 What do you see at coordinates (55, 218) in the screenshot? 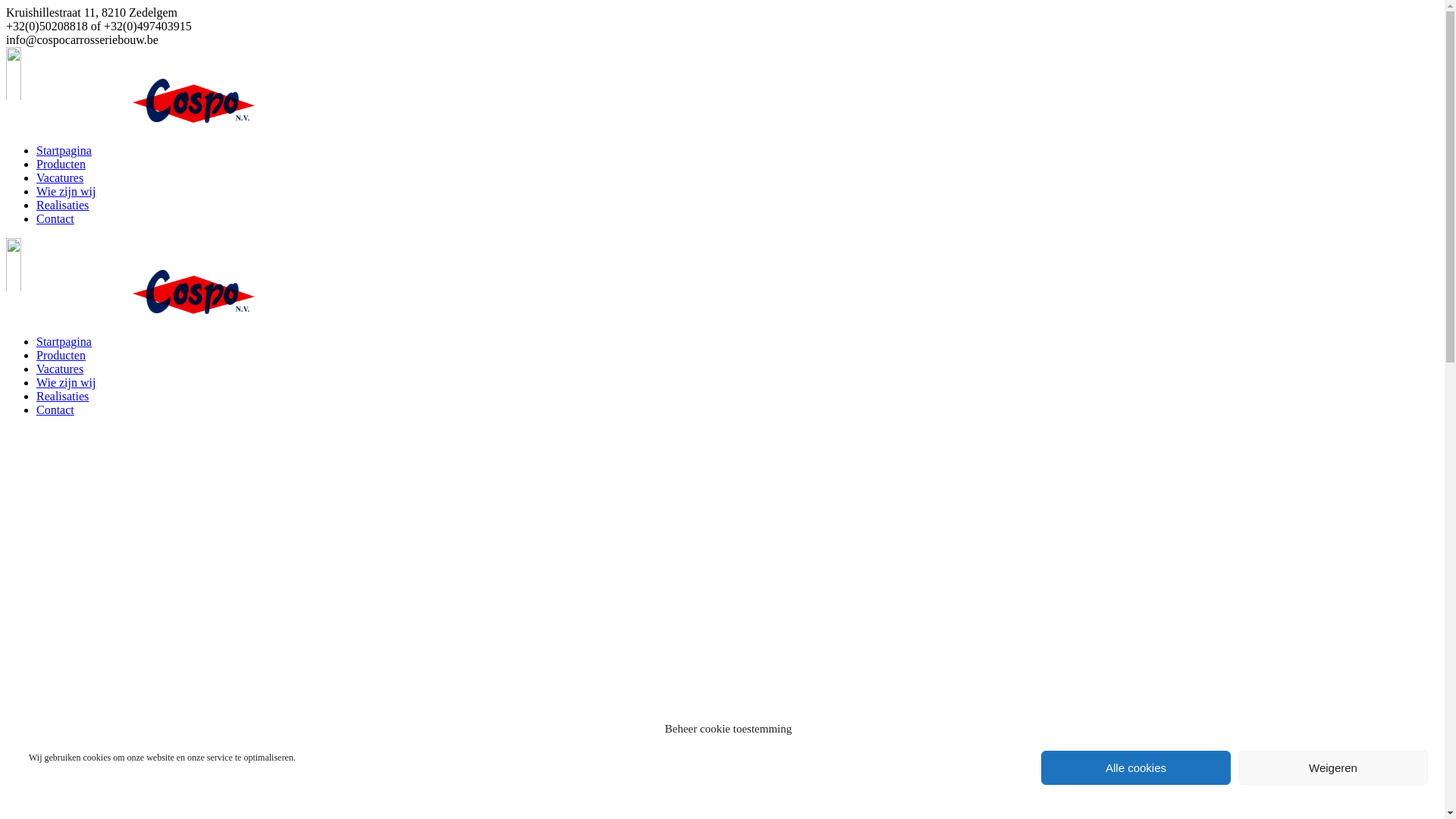
I see `'Contact'` at bounding box center [55, 218].